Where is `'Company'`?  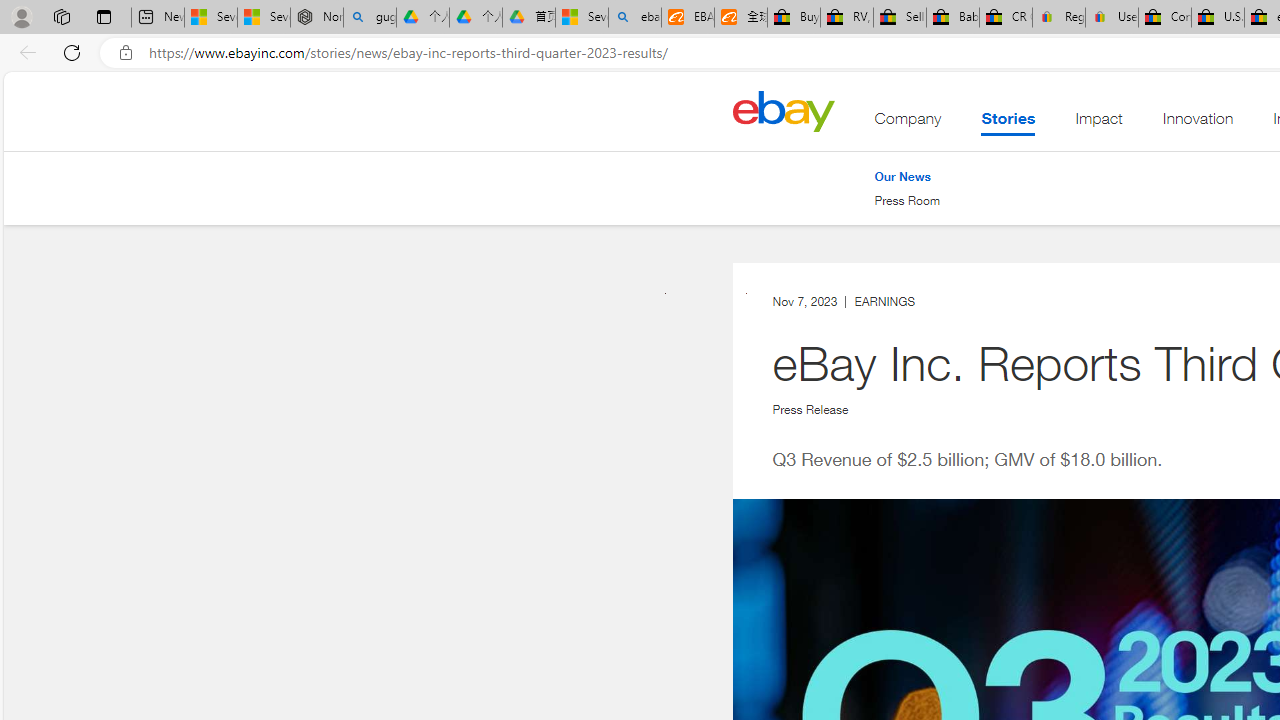
'Company' is located at coordinates (907, 123).